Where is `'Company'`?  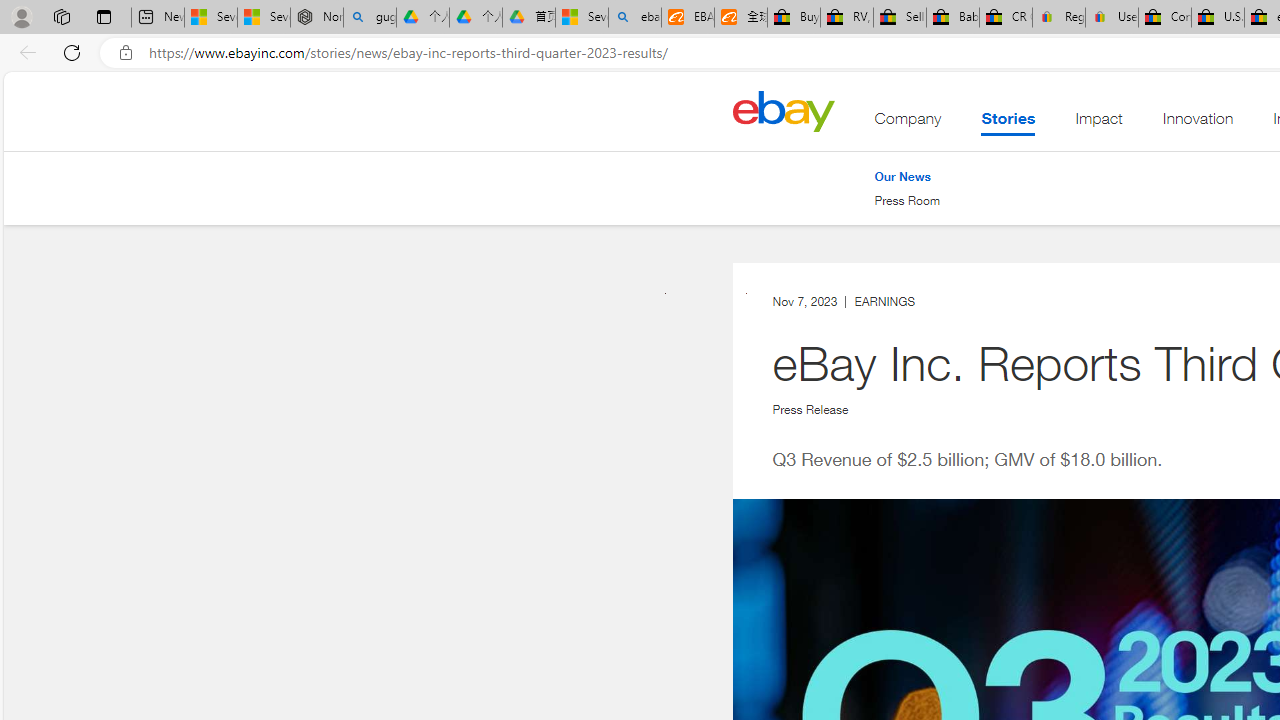
'Company' is located at coordinates (907, 123).